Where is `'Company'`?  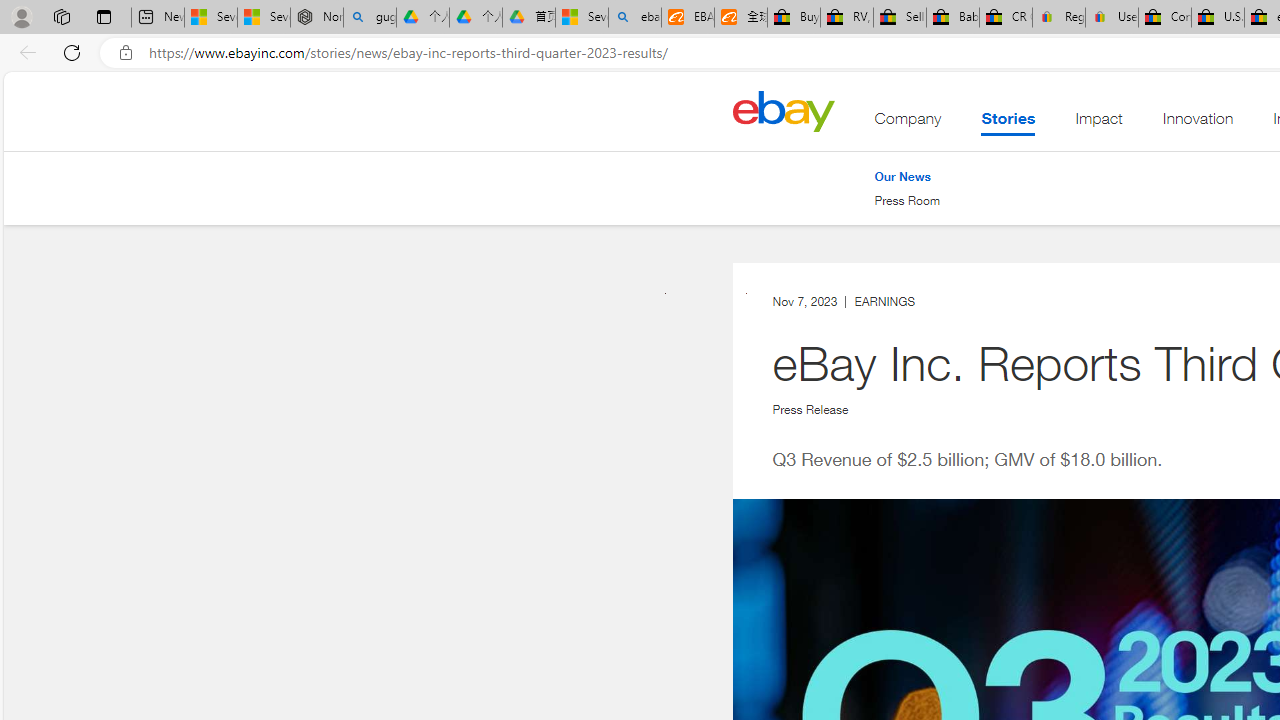
'Company' is located at coordinates (907, 123).